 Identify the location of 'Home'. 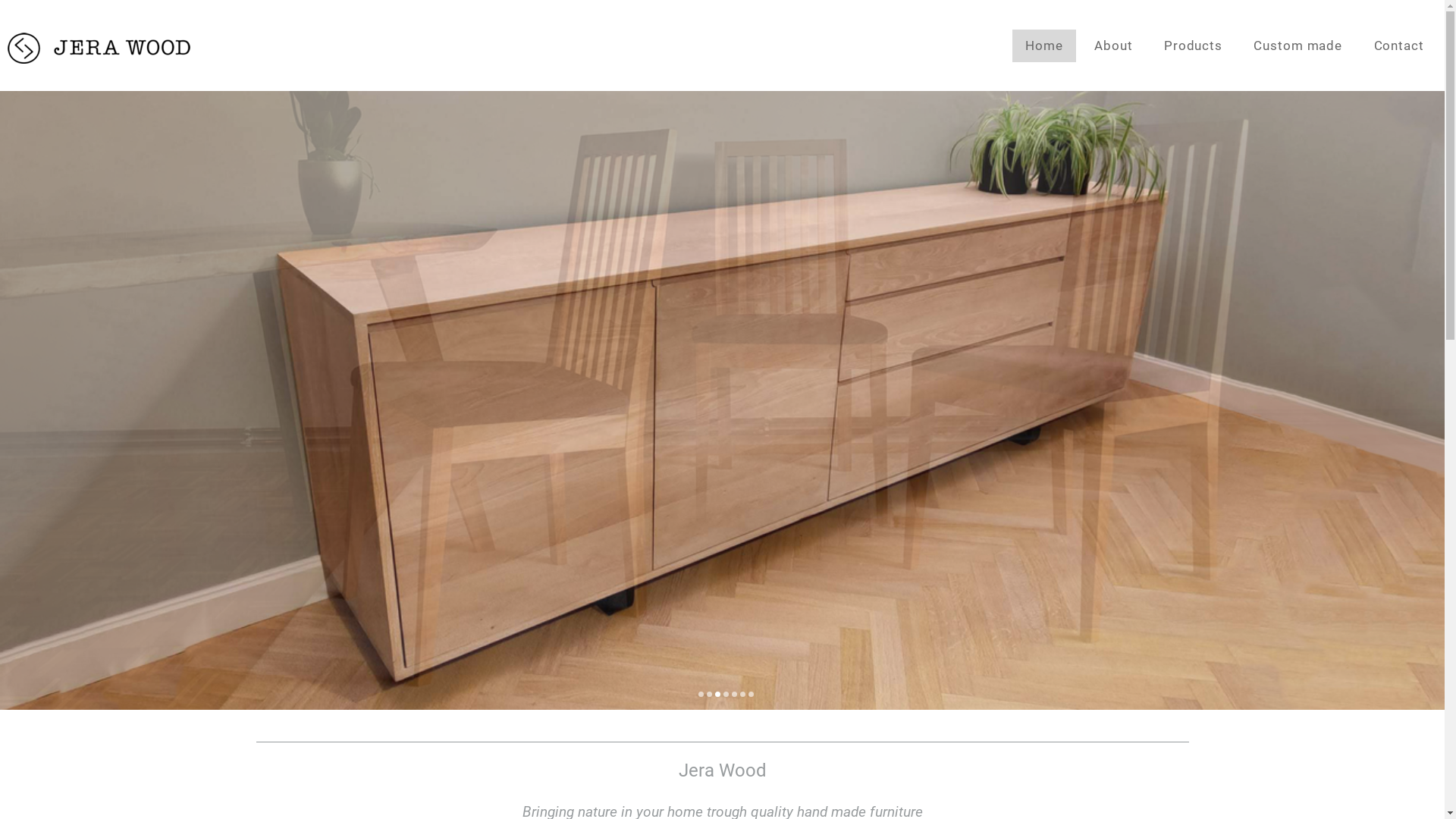
(1012, 45).